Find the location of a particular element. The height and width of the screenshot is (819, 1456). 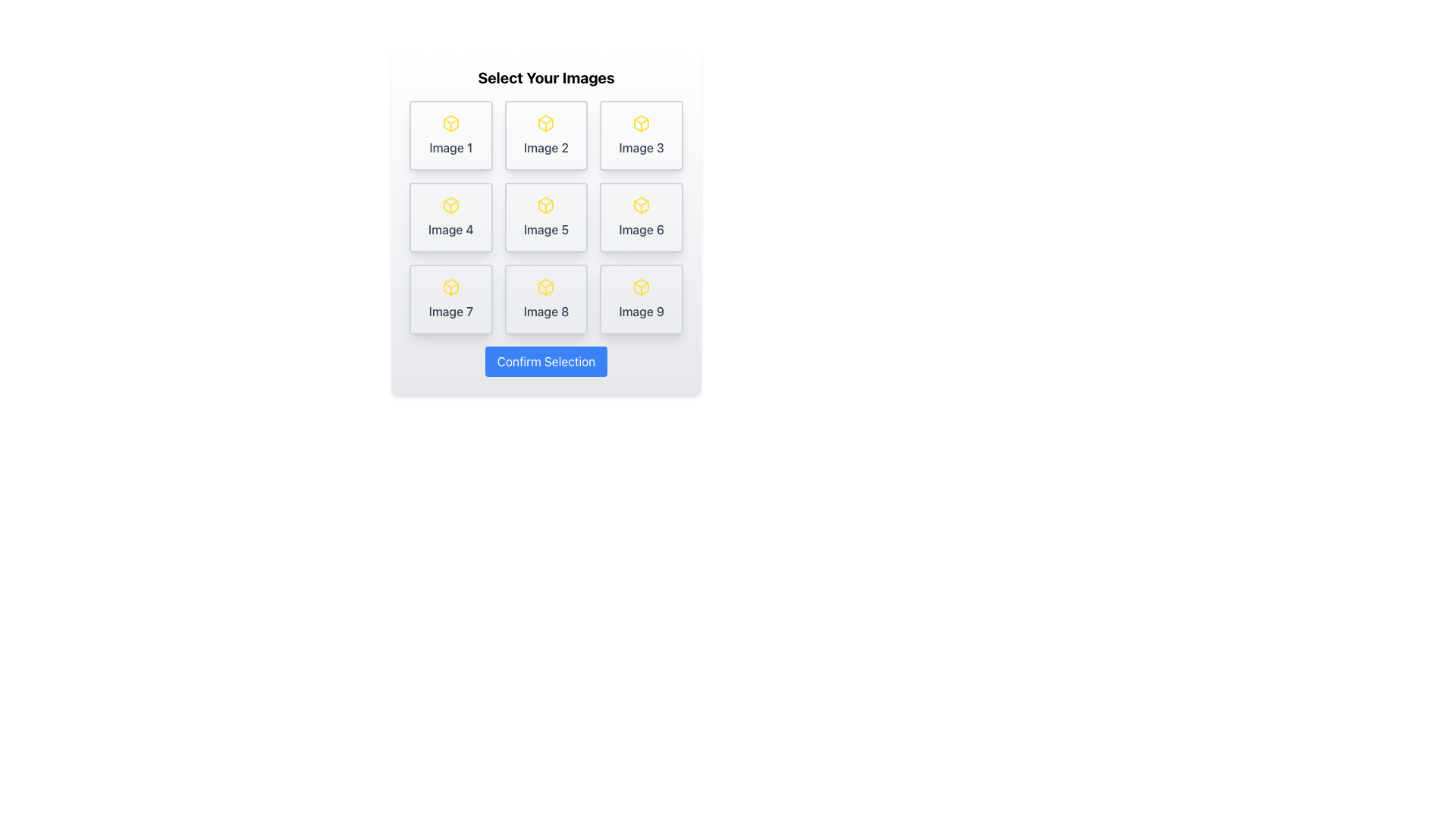

the selectable item representing 'Image 5' in the center of a 3x3 grid layout is located at coordinates (546, 217).